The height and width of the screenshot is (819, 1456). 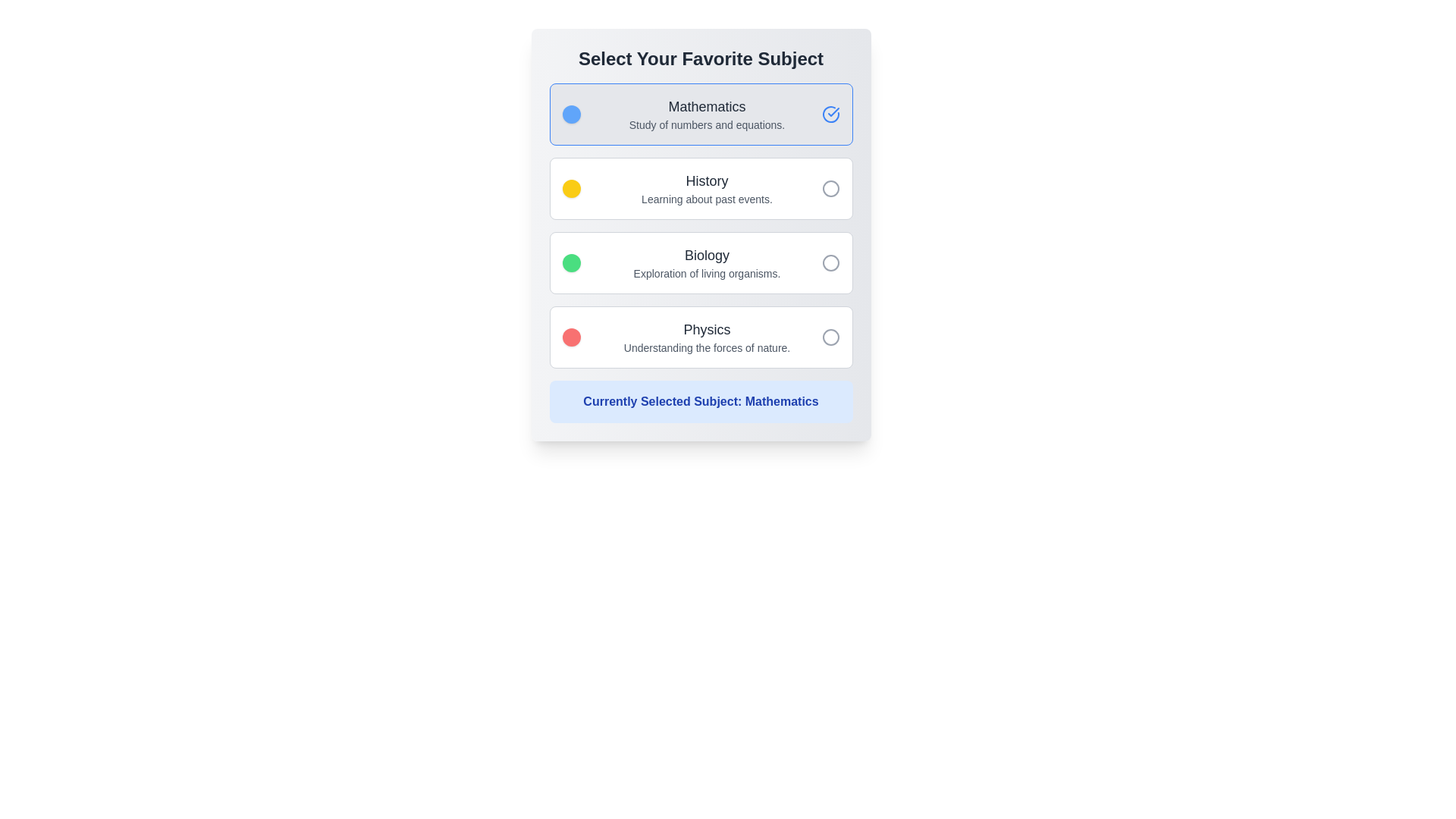 What do you see at coordinates (570, 188) in the screenshot?
I see `the small, circular yellow badge with a shadow effect in the second row of the selection list labeled 'History'` at bounding box center [570, 188].